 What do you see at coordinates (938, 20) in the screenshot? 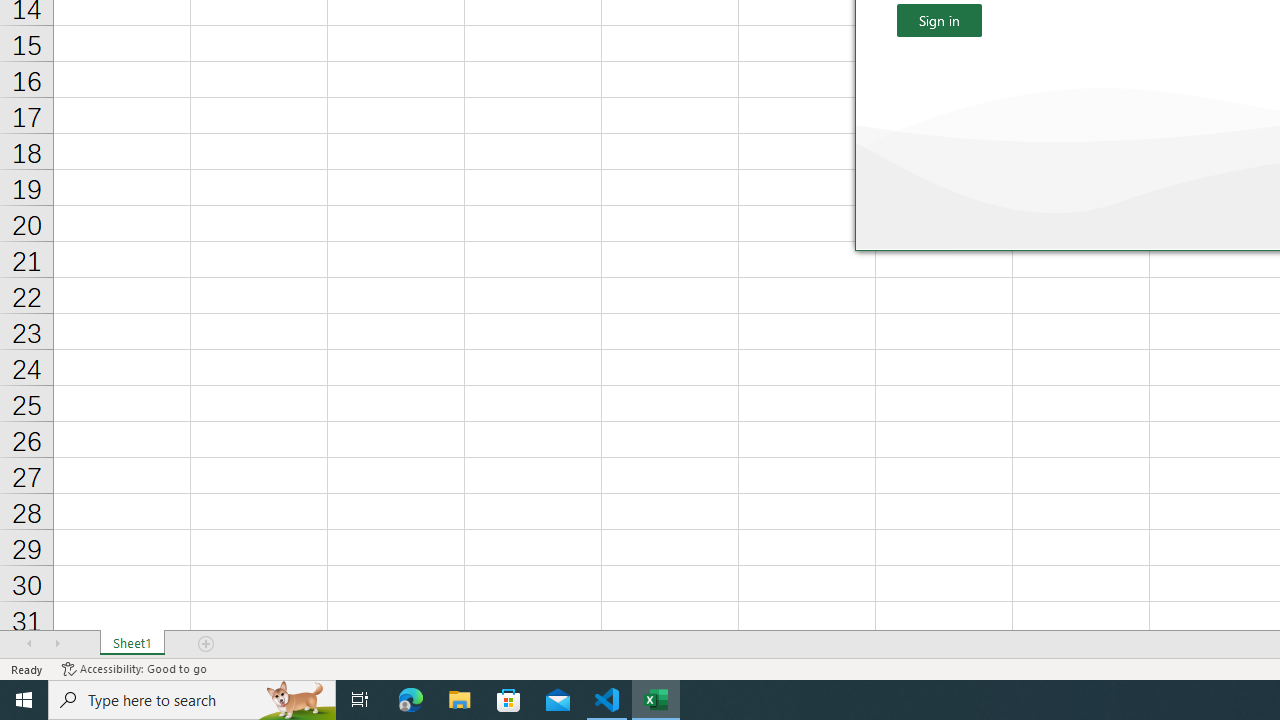
I see `'Sign in'` at bounding box center [938, 20].